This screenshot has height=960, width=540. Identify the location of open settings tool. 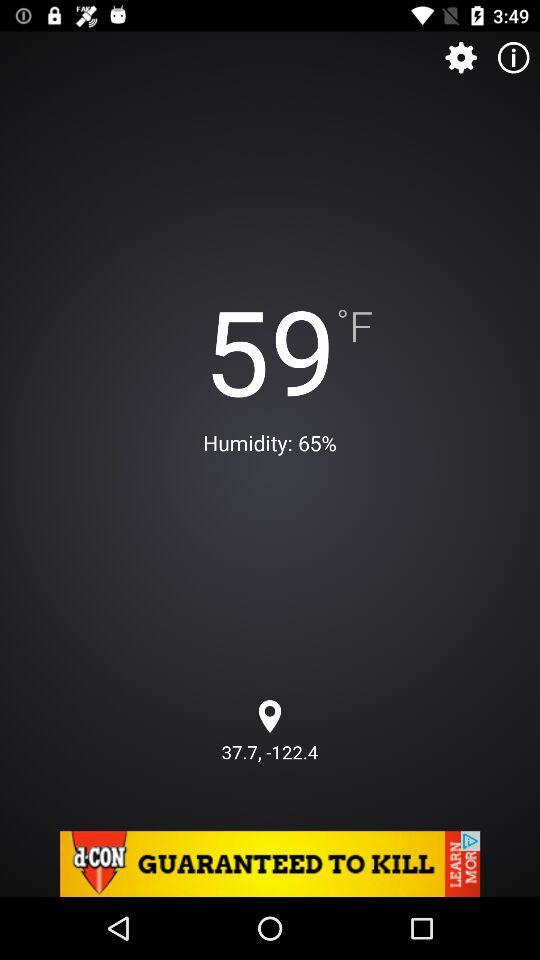
(461, 56).